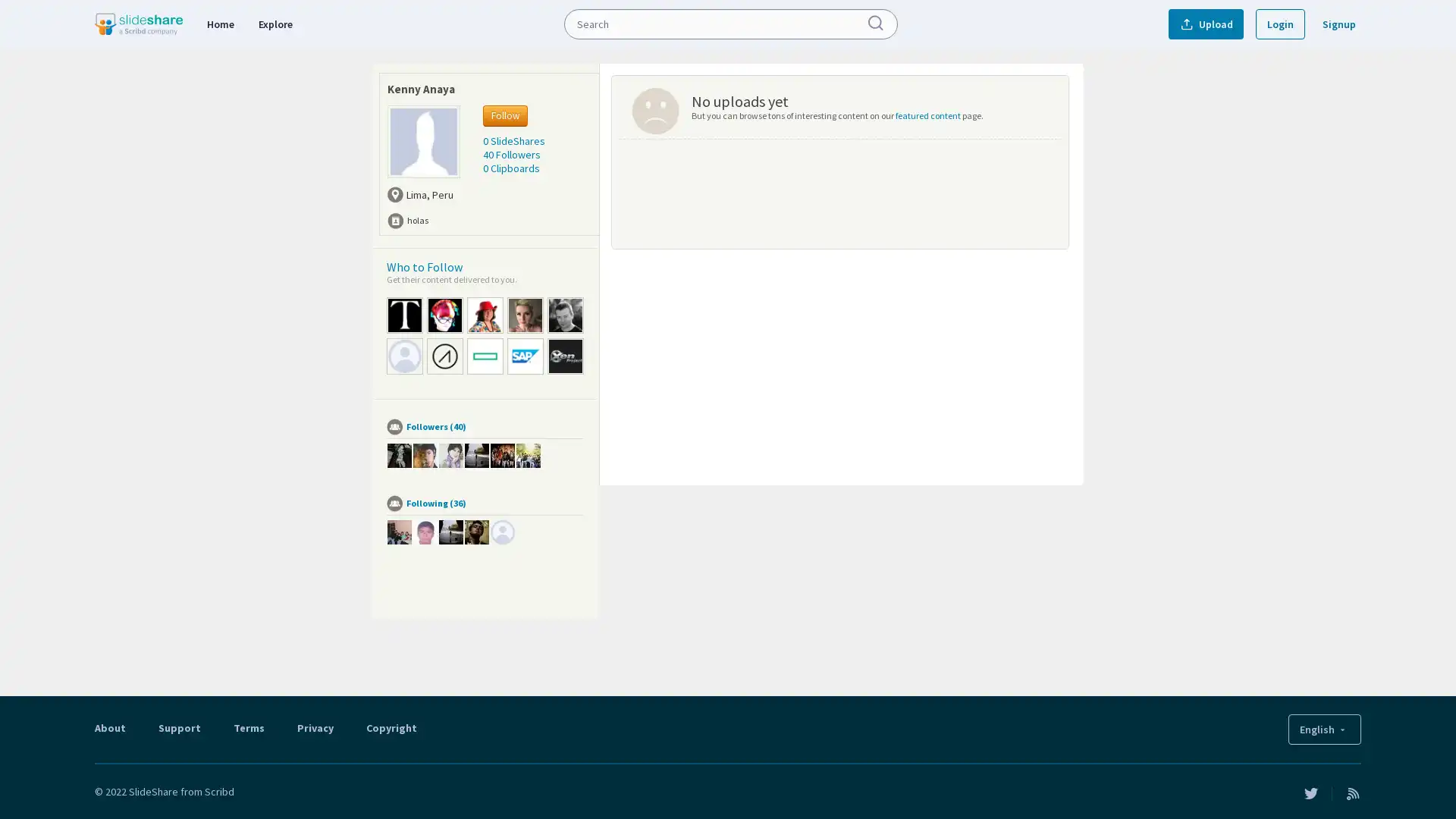 This screenshot has width=1456, height=819. I want to click on Submit Search, so click(874, 23).